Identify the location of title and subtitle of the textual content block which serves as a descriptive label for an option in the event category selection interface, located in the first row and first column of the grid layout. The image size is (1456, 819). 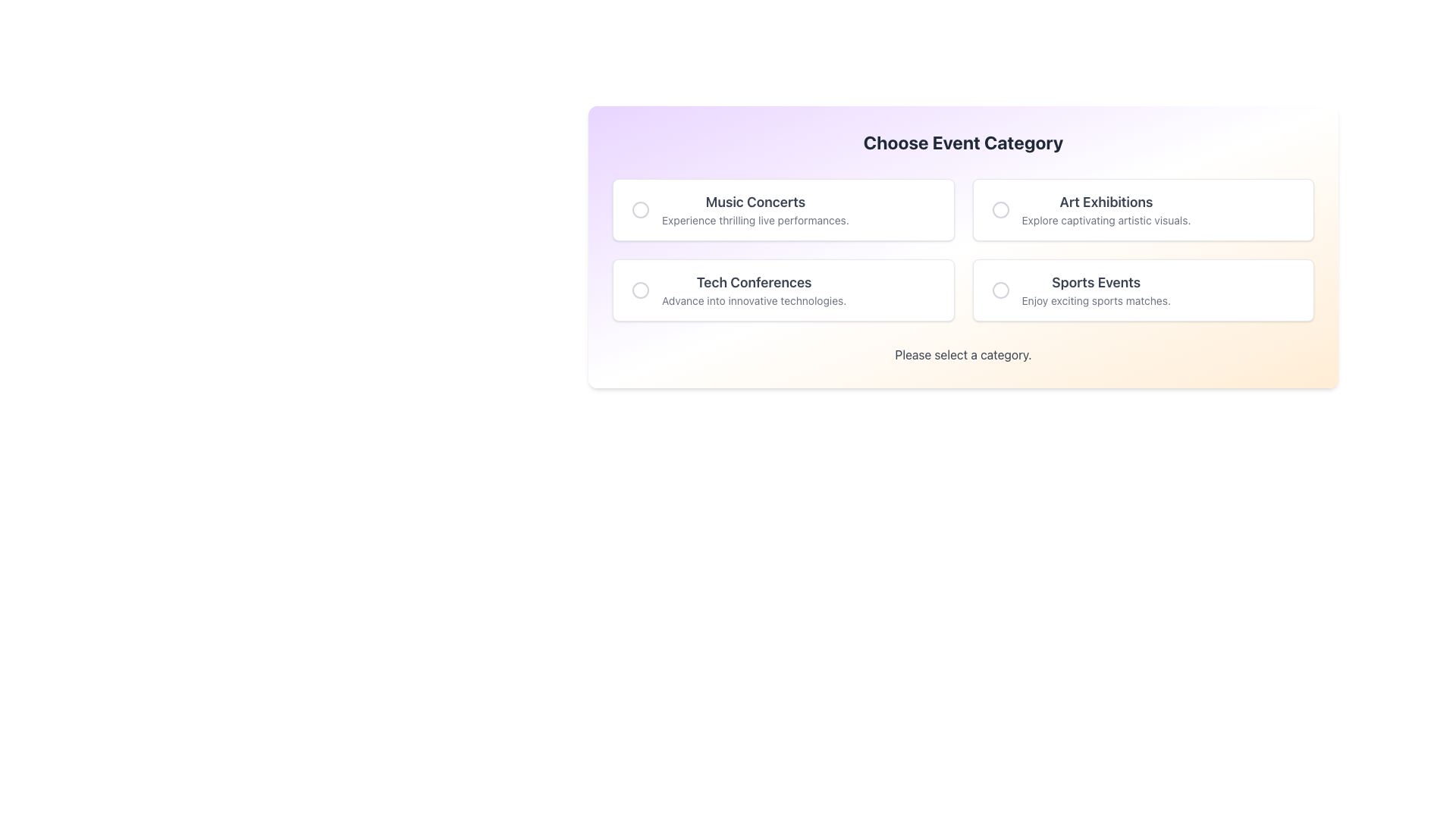
(755, 210).